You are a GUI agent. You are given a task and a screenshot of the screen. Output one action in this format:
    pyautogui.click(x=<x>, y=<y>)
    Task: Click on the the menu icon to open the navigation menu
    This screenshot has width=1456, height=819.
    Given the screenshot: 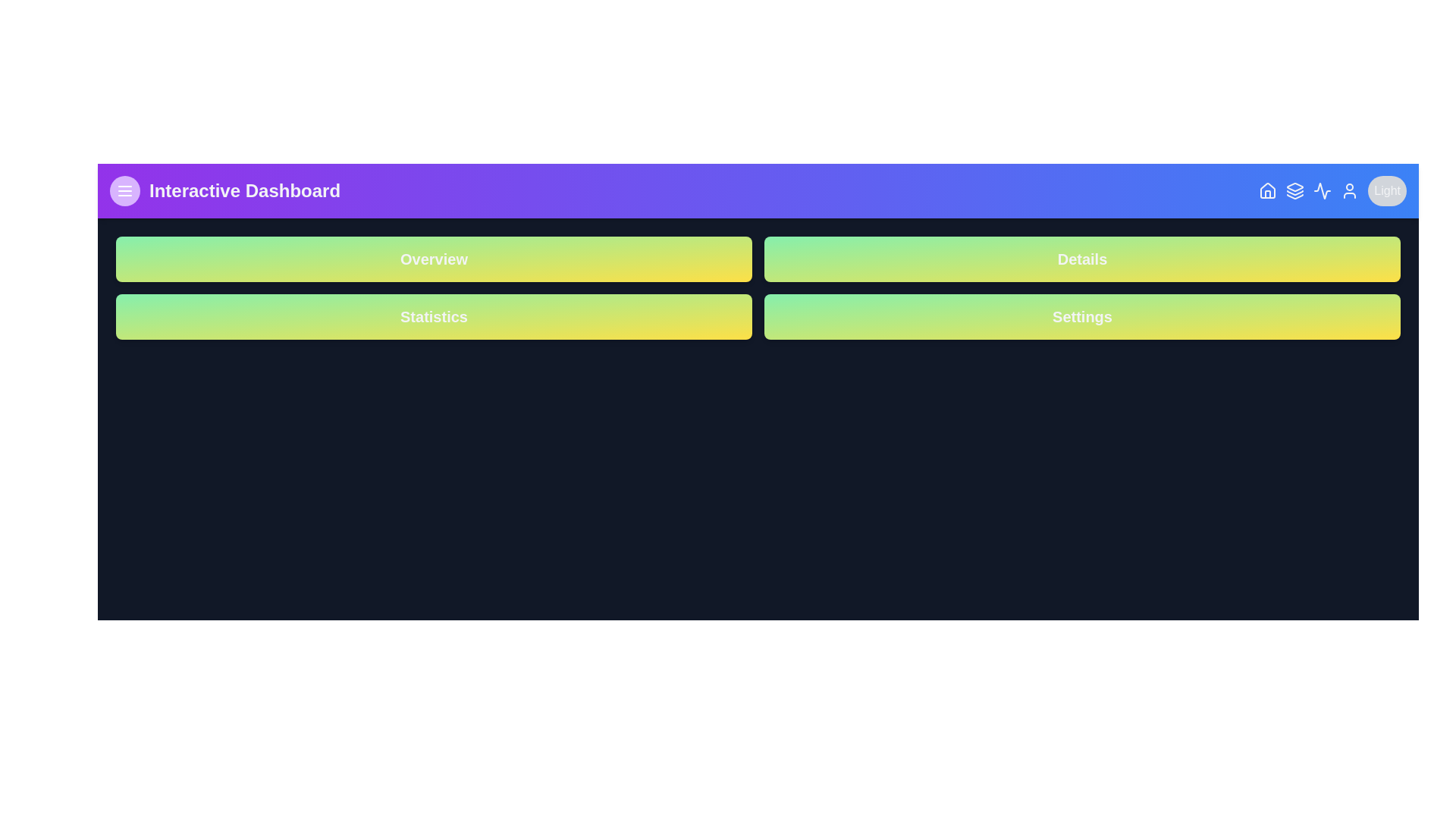 What is the action you would take?
    pyautogui.click(x=124, y=190)
    